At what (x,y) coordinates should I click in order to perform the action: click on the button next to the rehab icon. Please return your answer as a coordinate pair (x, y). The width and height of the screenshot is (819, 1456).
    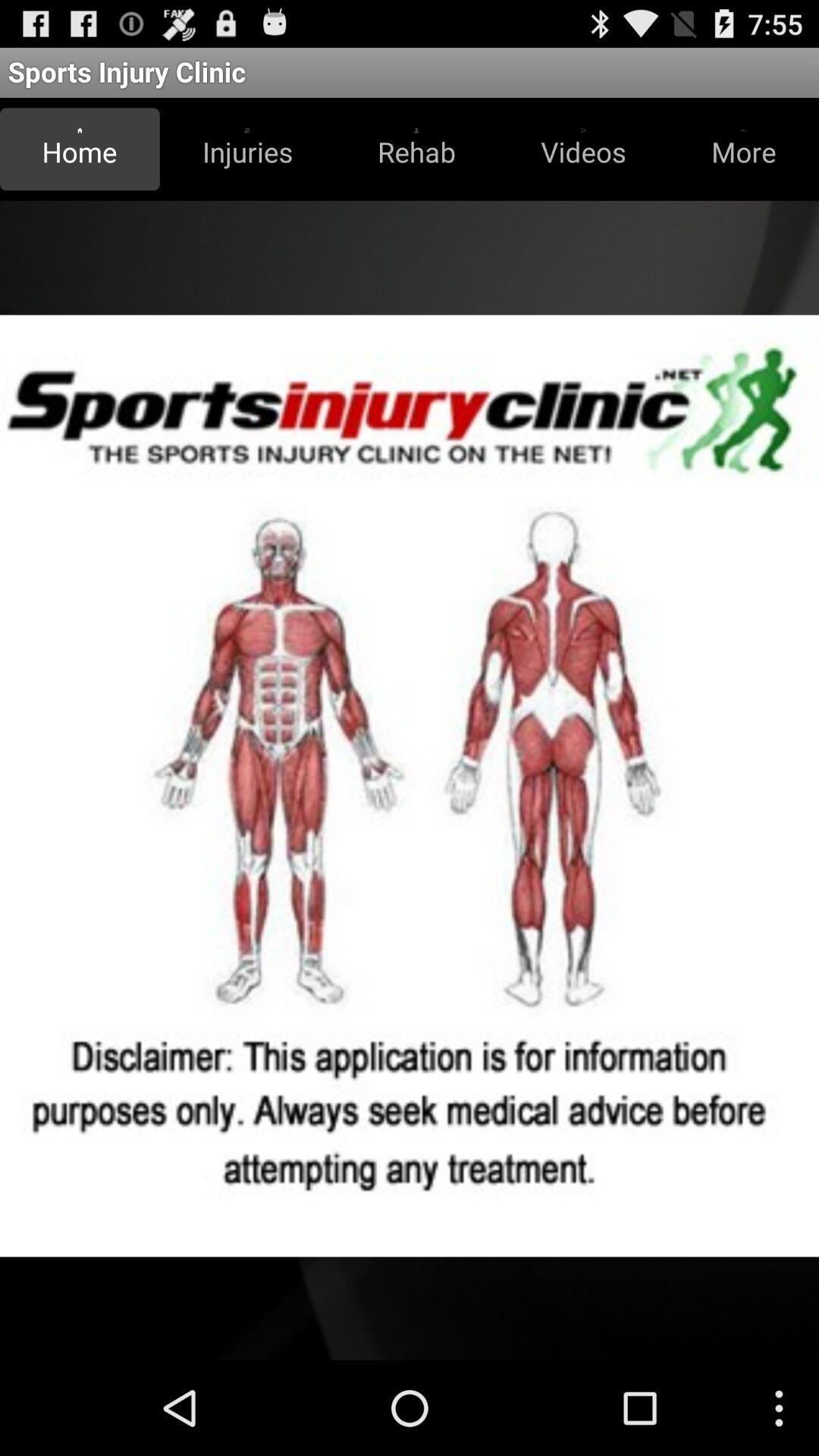
    Looking at the image, I should click on (246, 149).